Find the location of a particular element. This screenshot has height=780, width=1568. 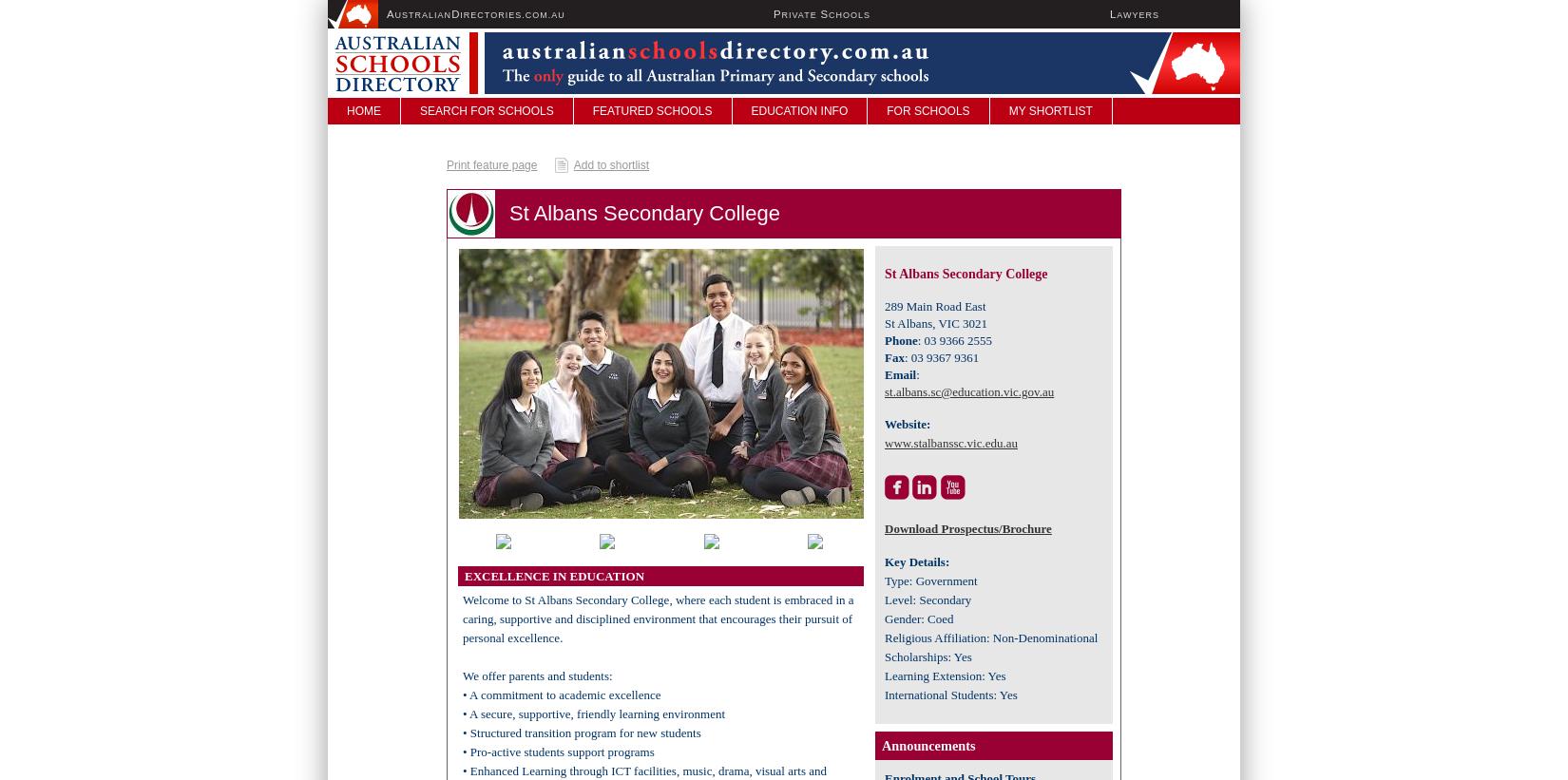

'irectories.com.au' is located at coordinates (511, 14).